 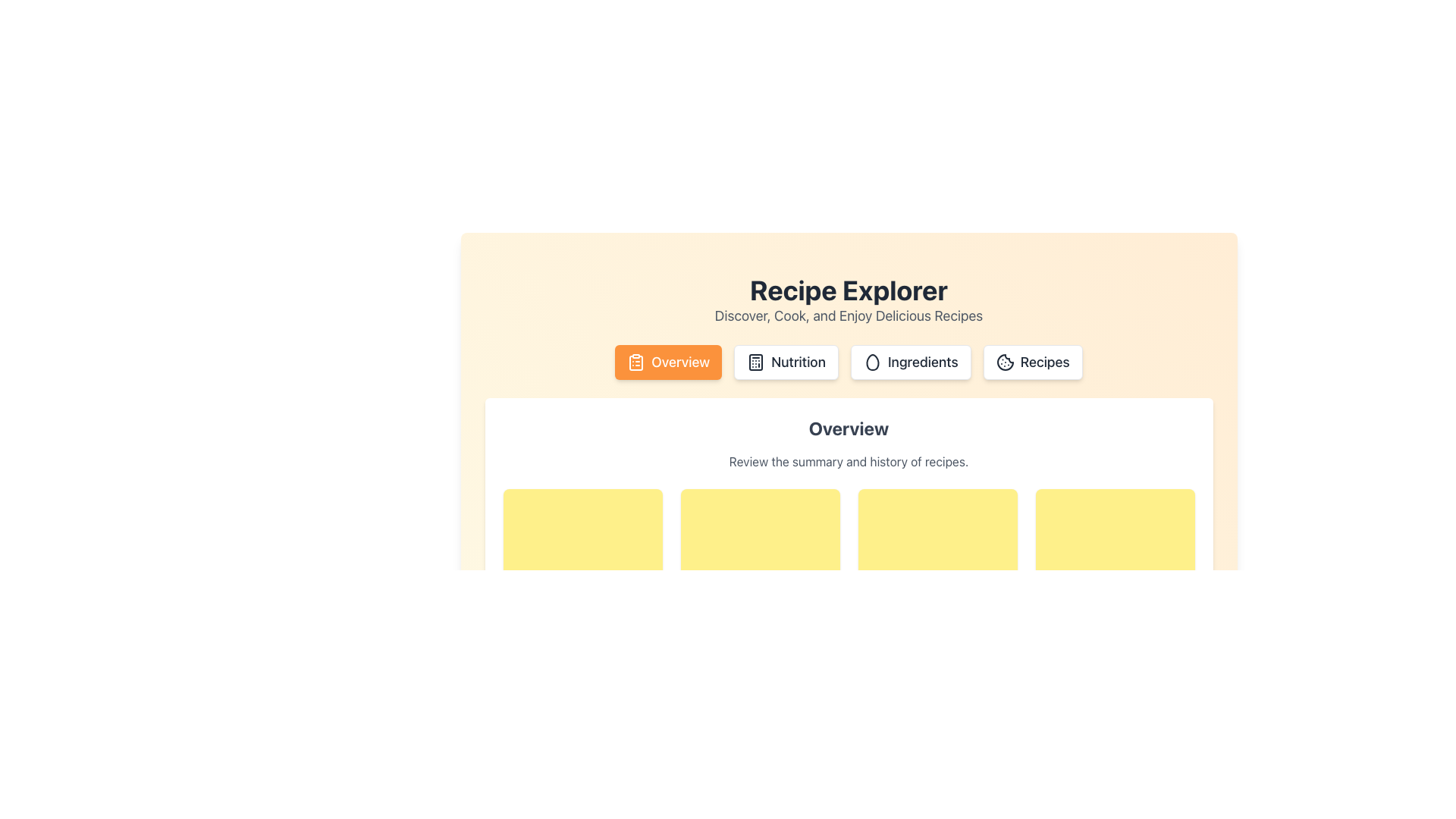 What do you see at coordinates (848, 301) in the screenshot?
I see `the Text Block element that serves as the heading and introduction for the section, located near the top center of the page, above the navigation buttons` at bounding box center [848, 301].